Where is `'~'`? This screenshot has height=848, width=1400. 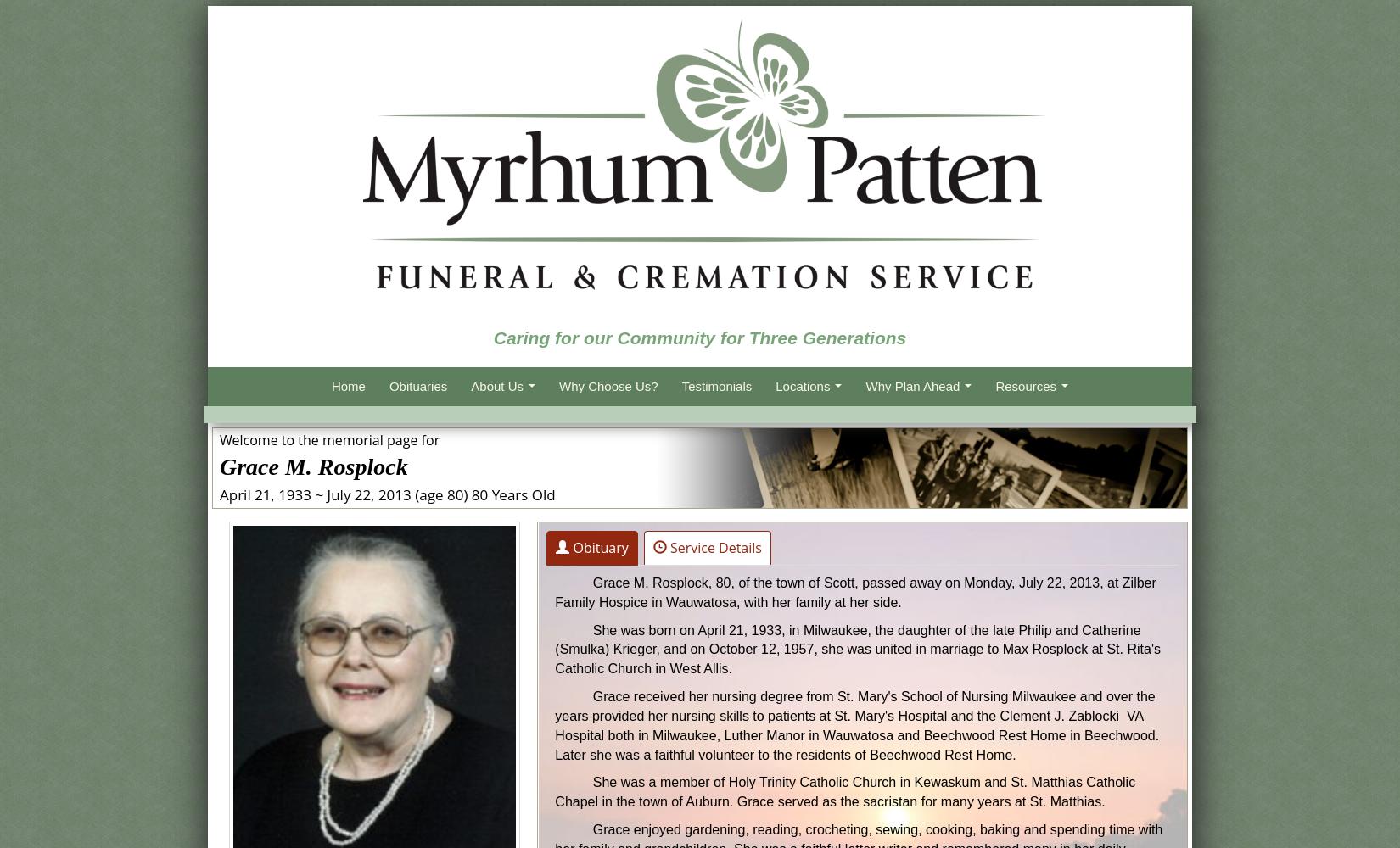 '~' is located at coordinates (319, 493).